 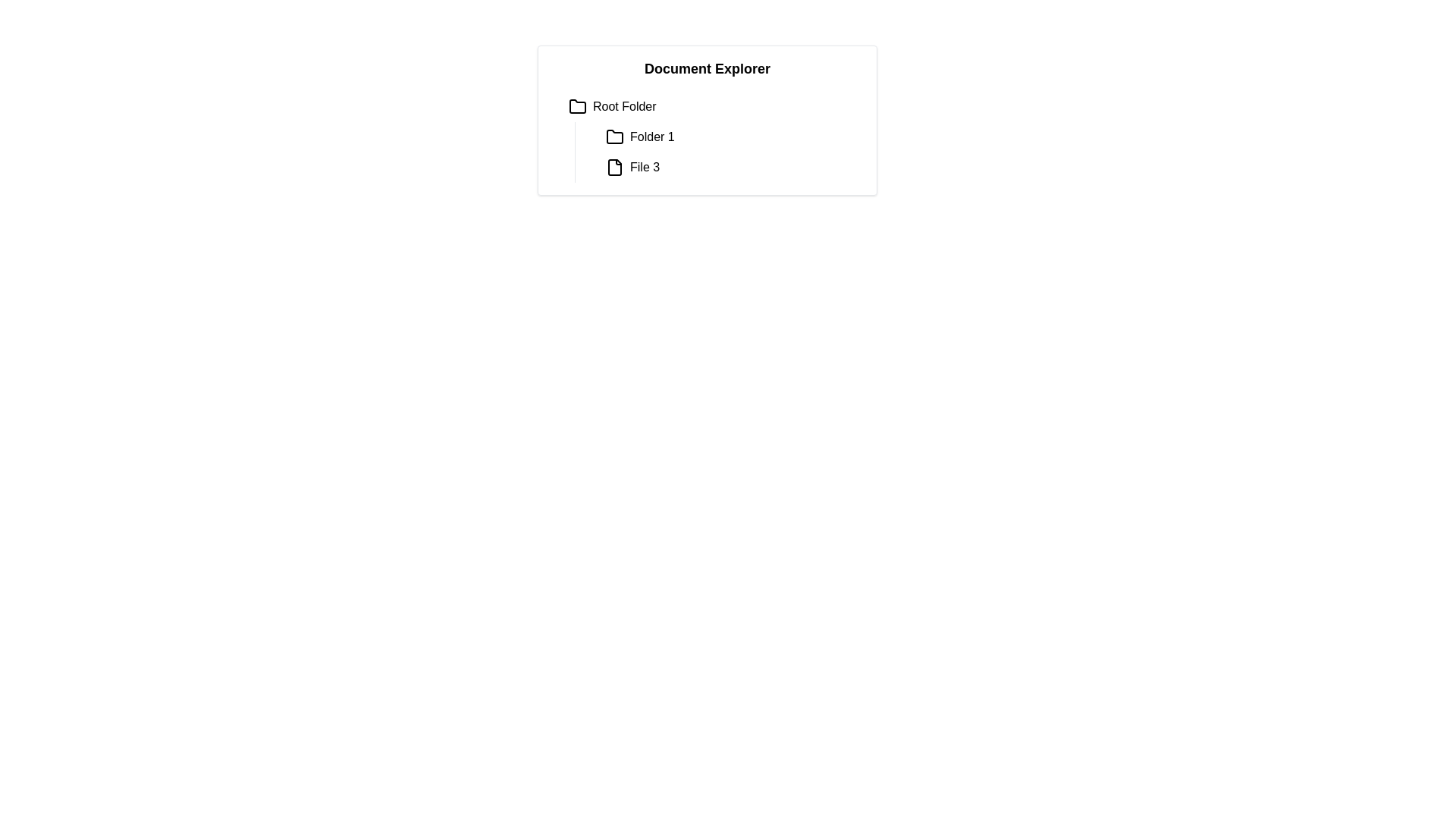 What do you see at coordinates (577, 106) in the screenshot?
I see `the folder icon, which is an outlined graphical symbol of a folder styled in black, located to the left of the text label 'Root Folder' in the 'Document Explorer' section` at bounding box center [577, 106].